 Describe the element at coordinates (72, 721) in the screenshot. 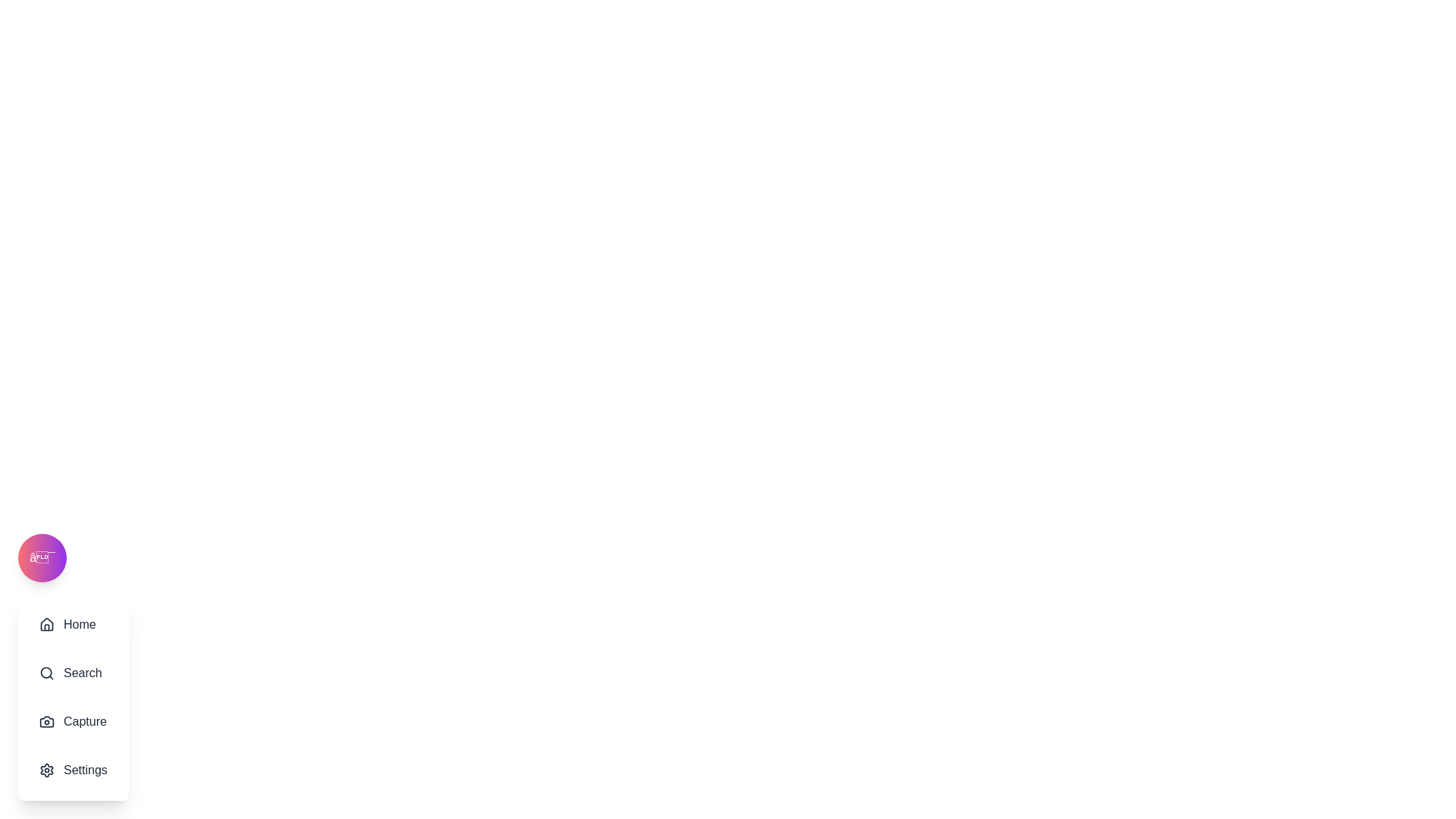

I see `the menu item Capture to reveal its hover effect` at that location.